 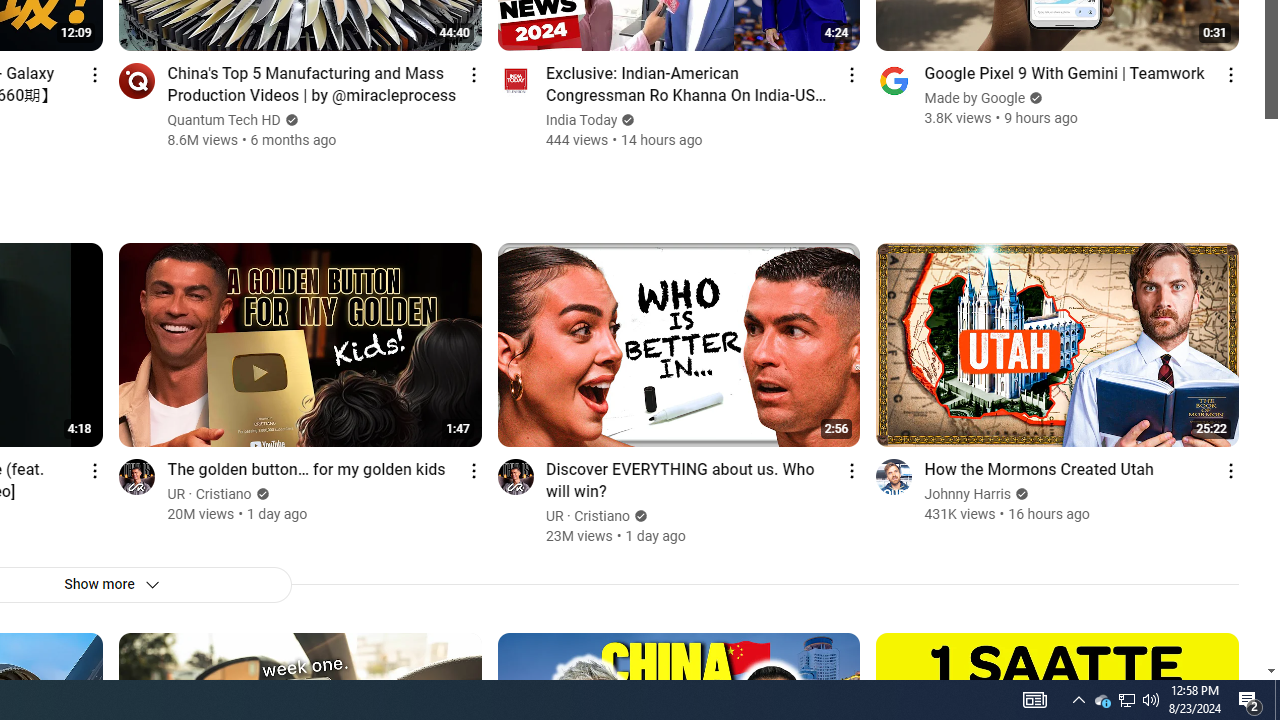 What do you see at coordinates (975, 98) in the screenshot?
I see `'Made by Google'` at bounding box center [975, 98].